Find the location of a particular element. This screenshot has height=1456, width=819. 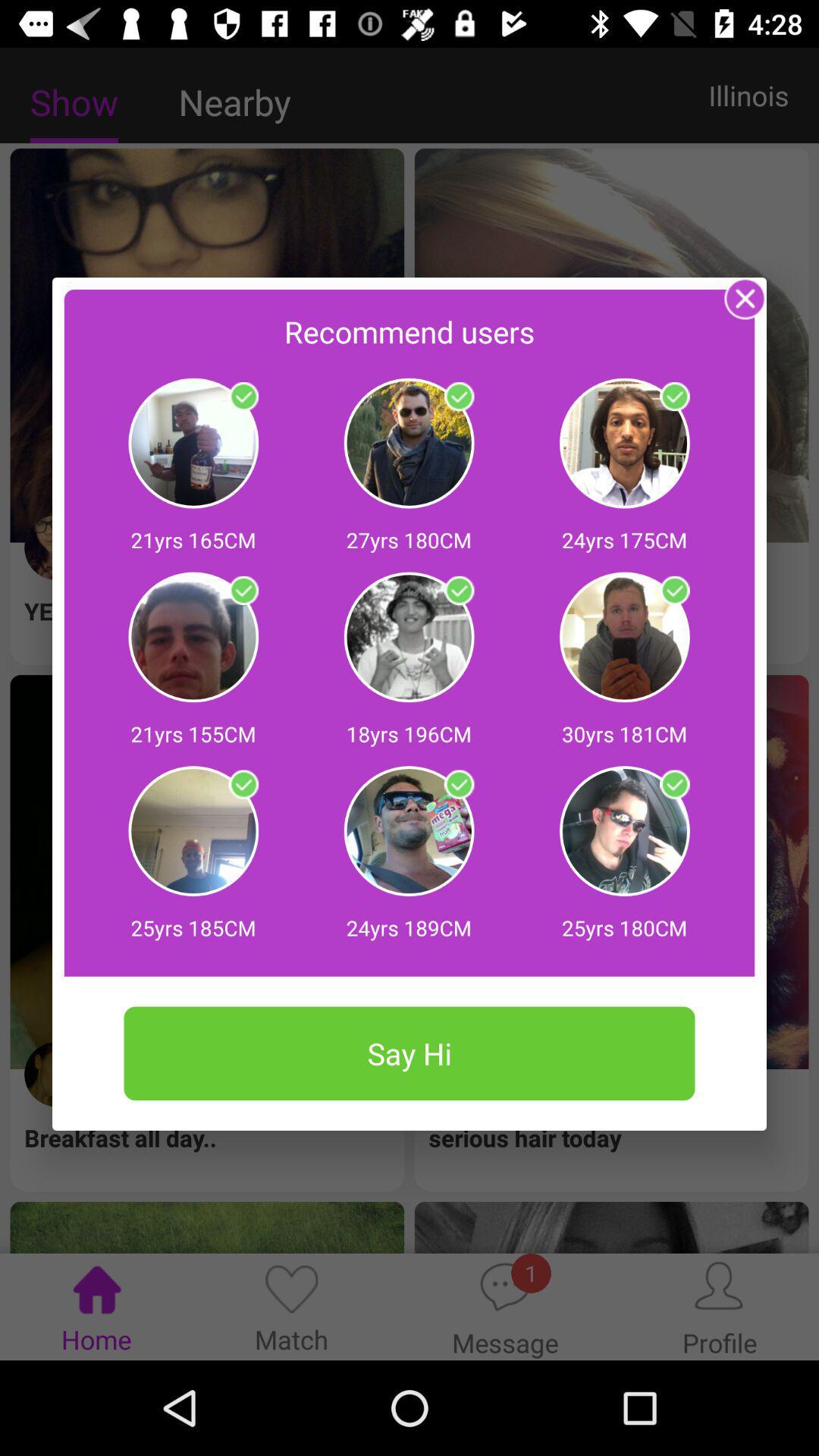

say hi is located at coordinates (243, 397).